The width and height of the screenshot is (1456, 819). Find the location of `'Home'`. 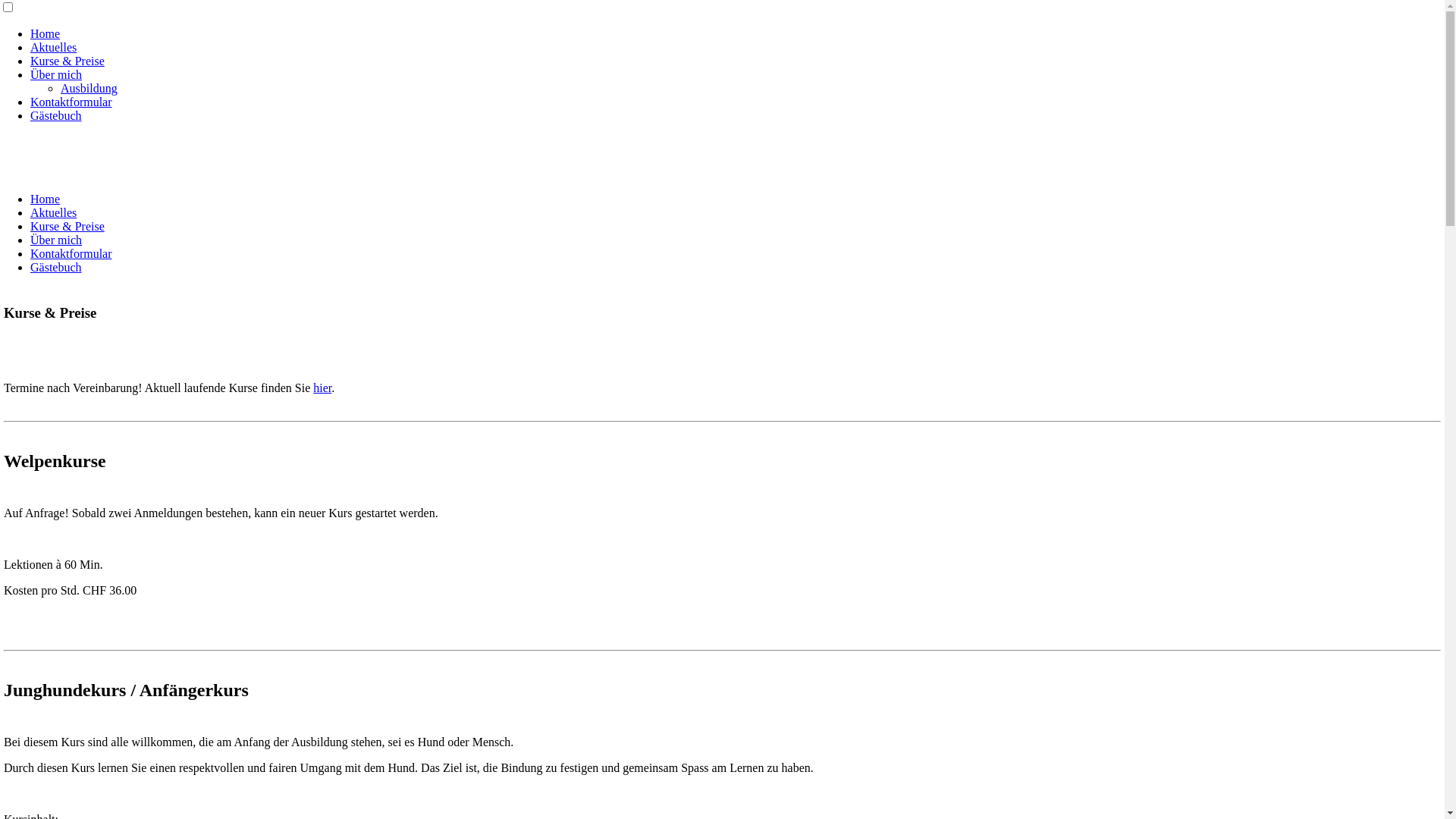

'Home' is located at coordinates (45, 198).